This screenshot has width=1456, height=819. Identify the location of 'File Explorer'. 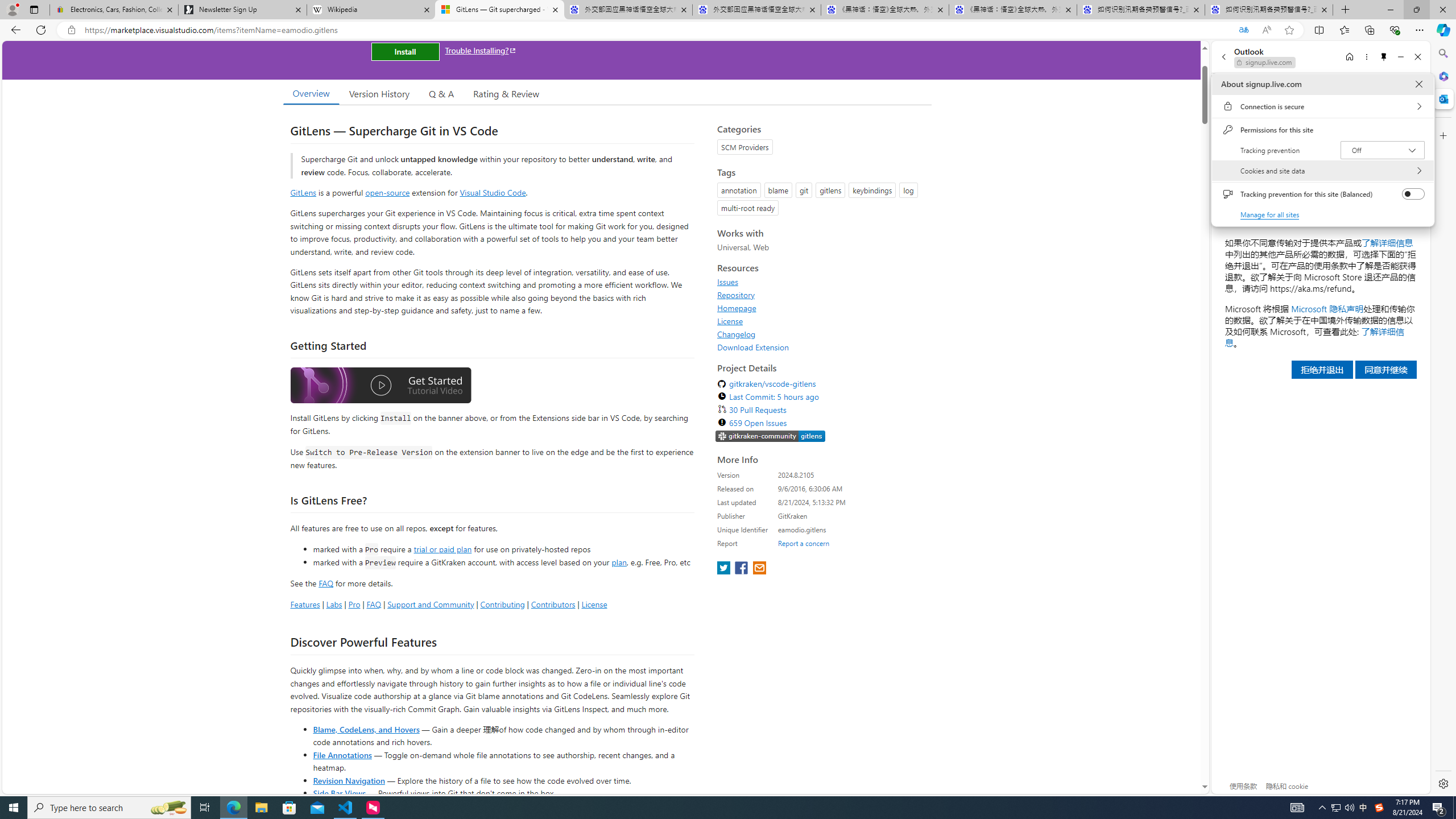
(260, 806).